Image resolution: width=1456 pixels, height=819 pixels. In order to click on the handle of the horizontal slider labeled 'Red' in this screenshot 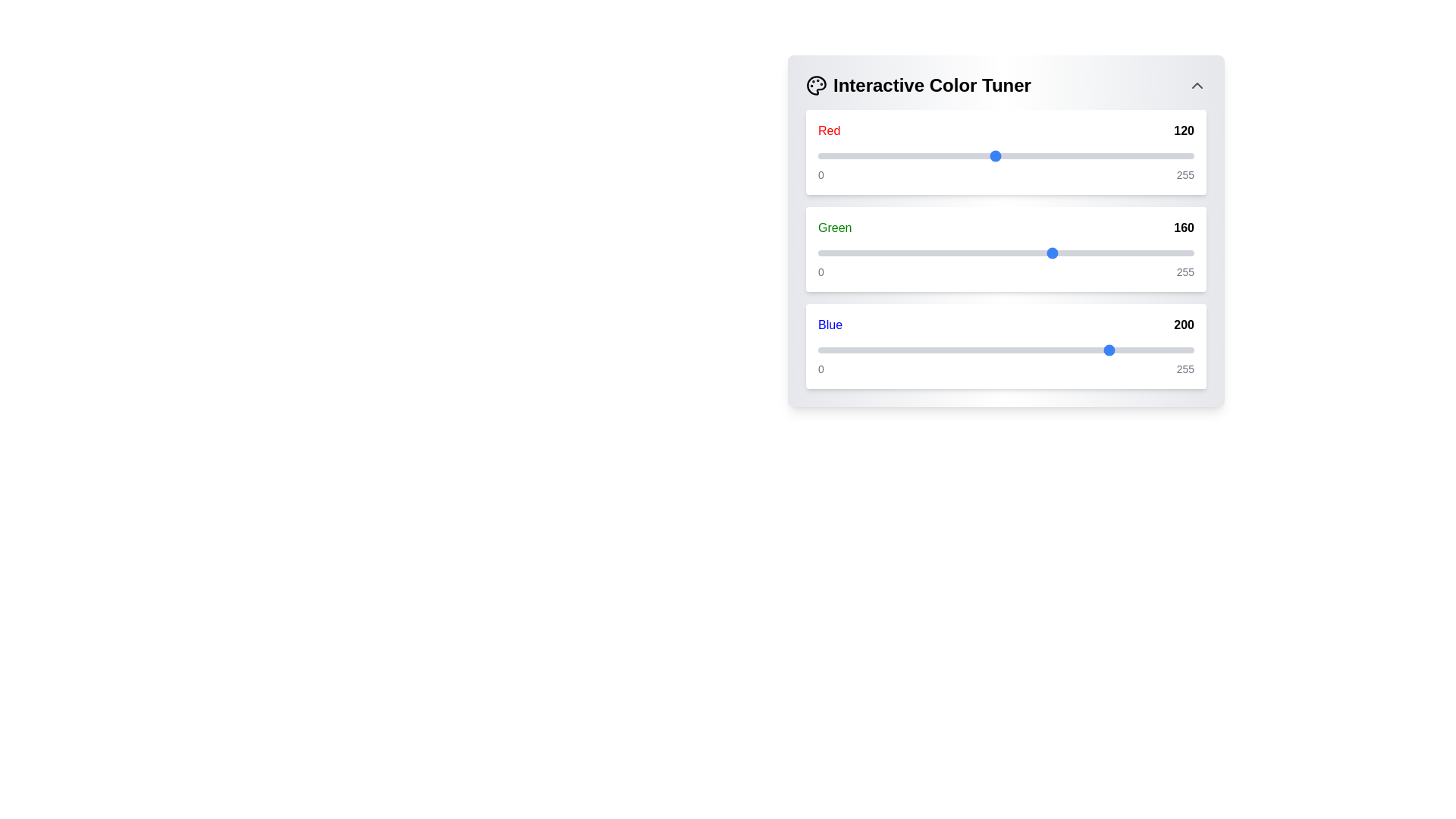, I will do `click(1006, 155)`.